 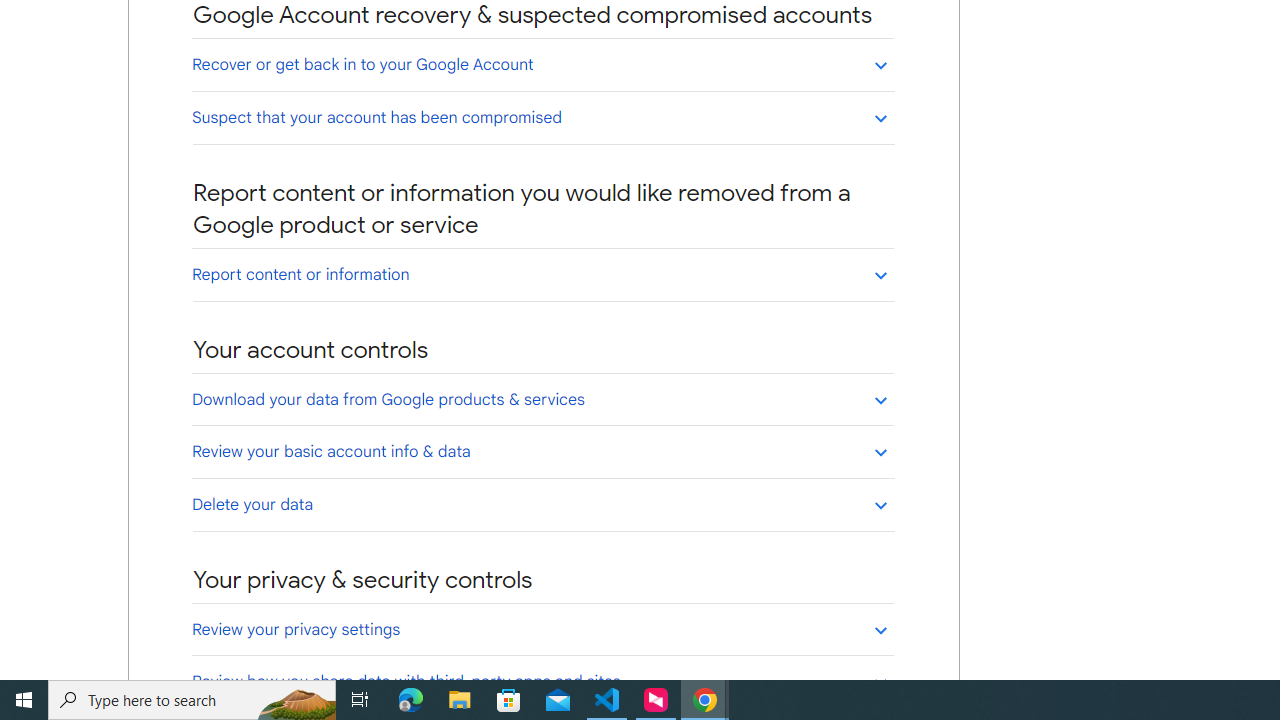 What do you see at coordinates (542, 117) in the screenshot?
I see `'Suspect that your account has been compromised'` at bounding box center [542, 117].